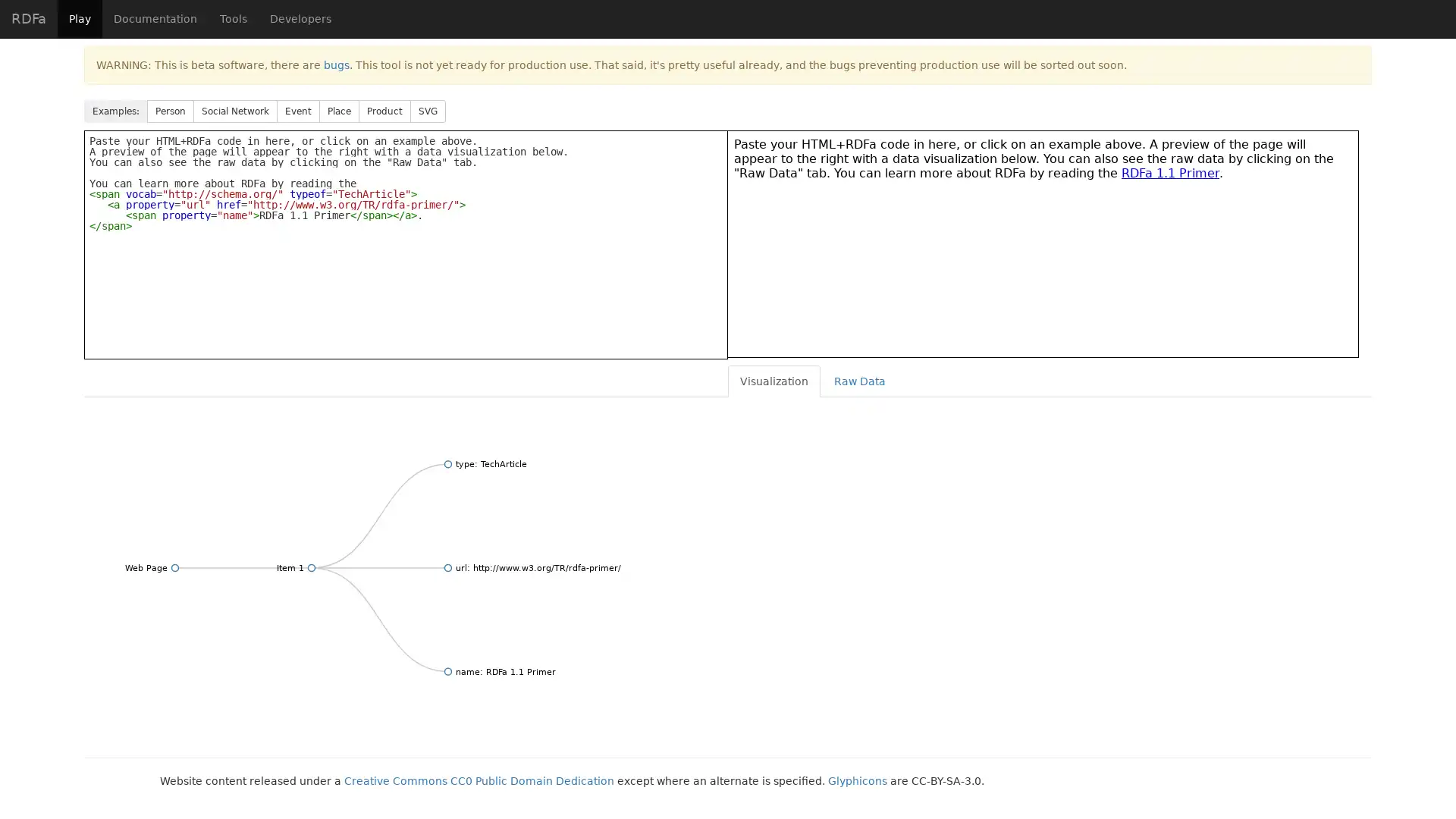 This screenshot has height=819, width=1456. What do you see at coordinates (115, 110) in the screenshot?
I see `Examples:` at bounding box center [115, 110].